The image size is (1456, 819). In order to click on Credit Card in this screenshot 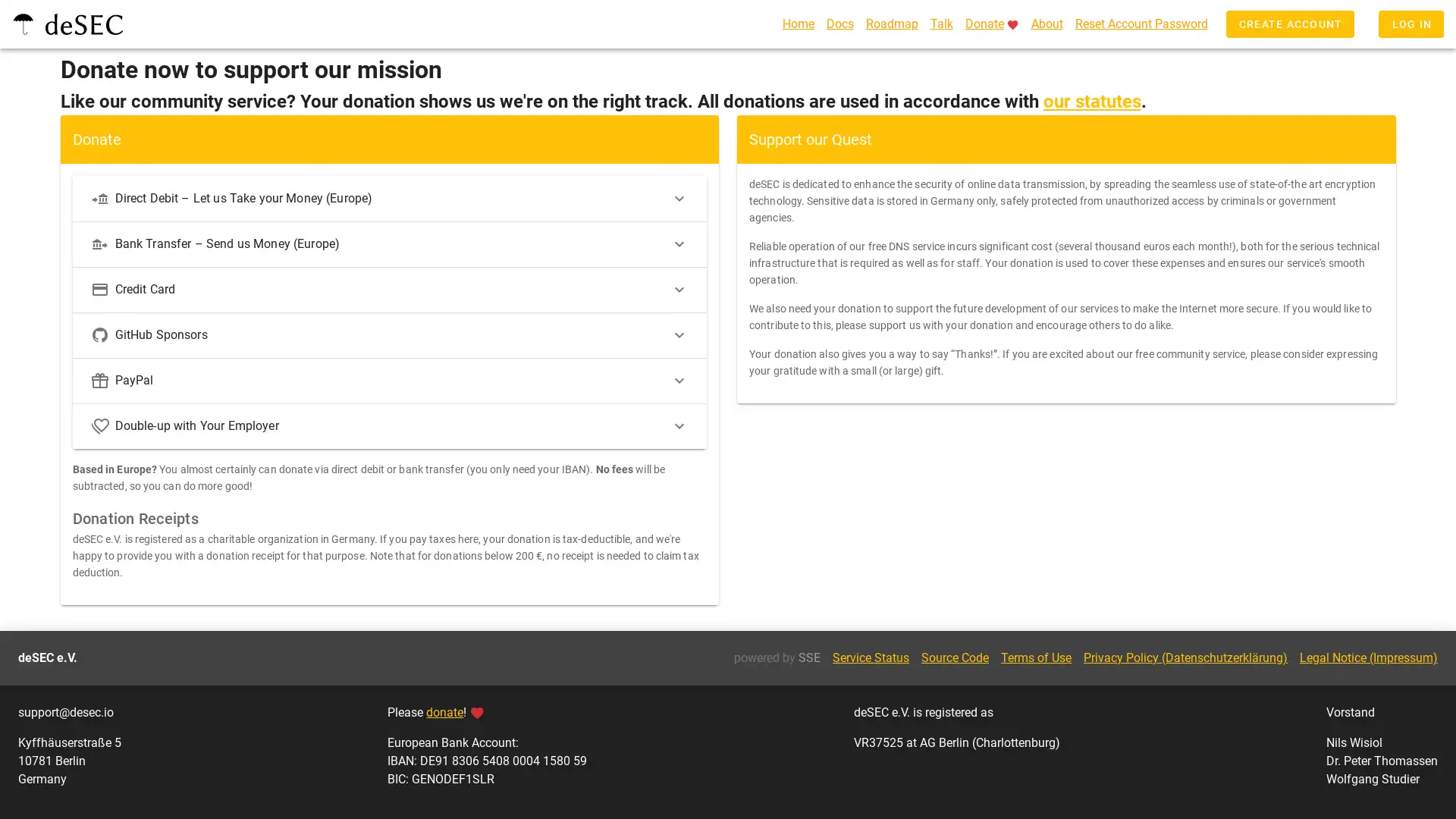, I will do `click(389, 295)`.